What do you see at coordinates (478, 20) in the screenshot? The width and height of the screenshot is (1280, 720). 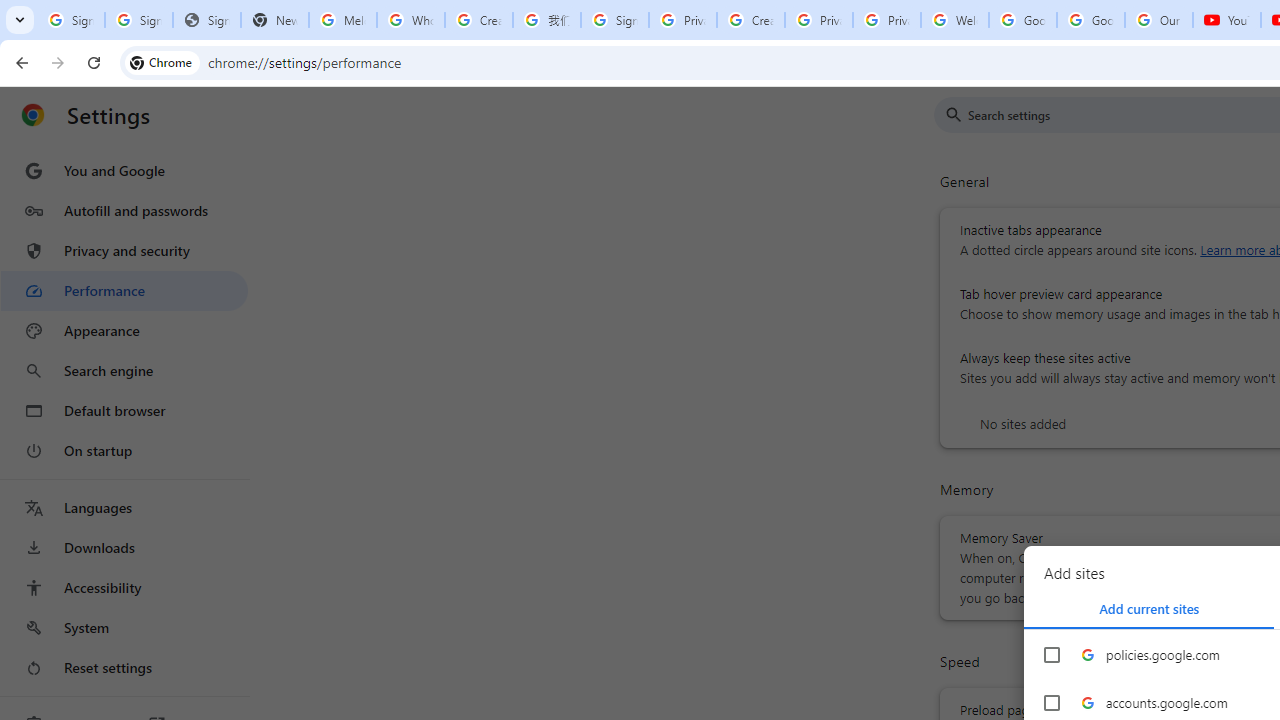 I see `'Create your Google Account'` at bounding box center [478, 20].